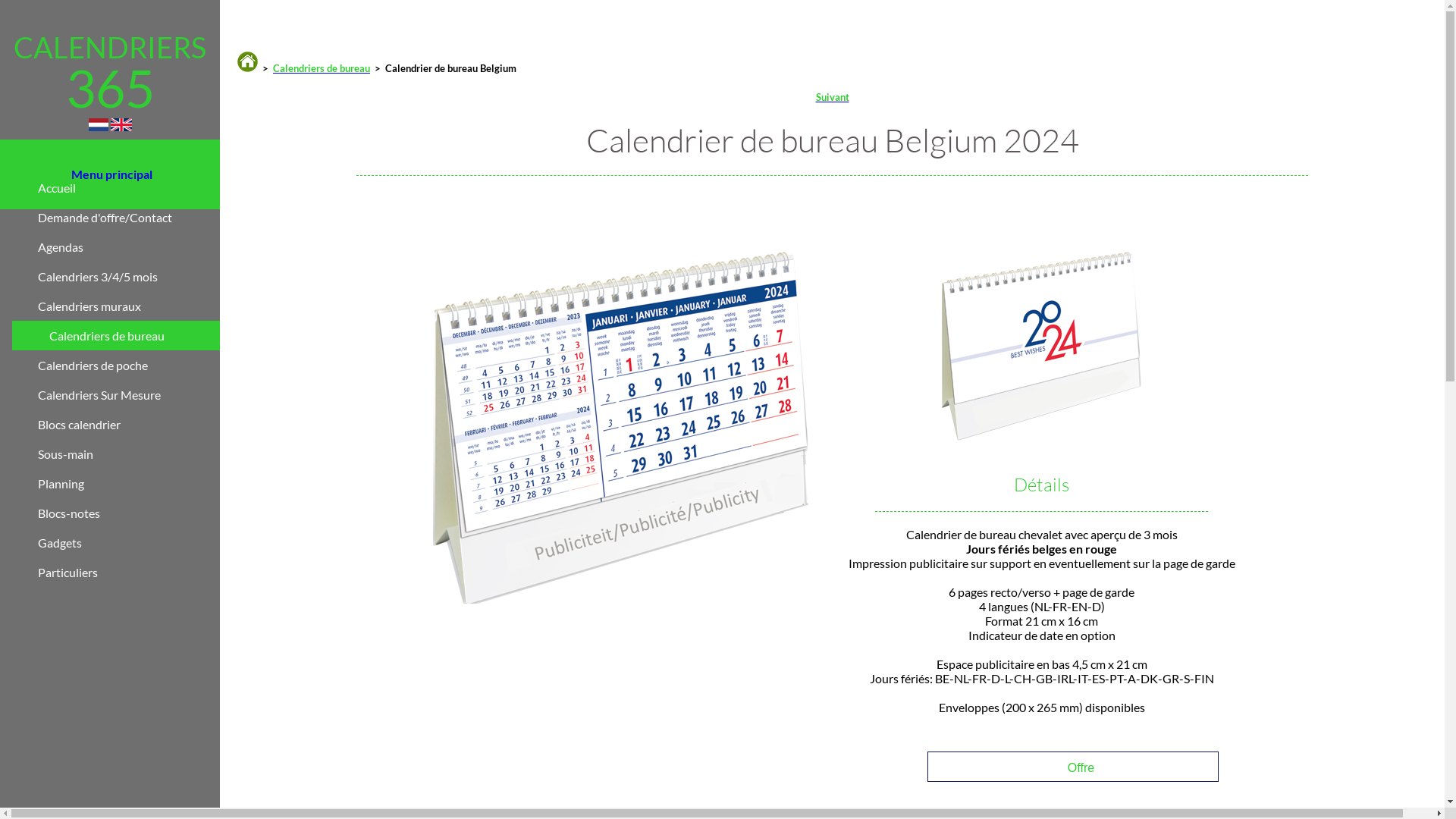  I want to click on 'Calendriers de bureau', so click(11, 334).